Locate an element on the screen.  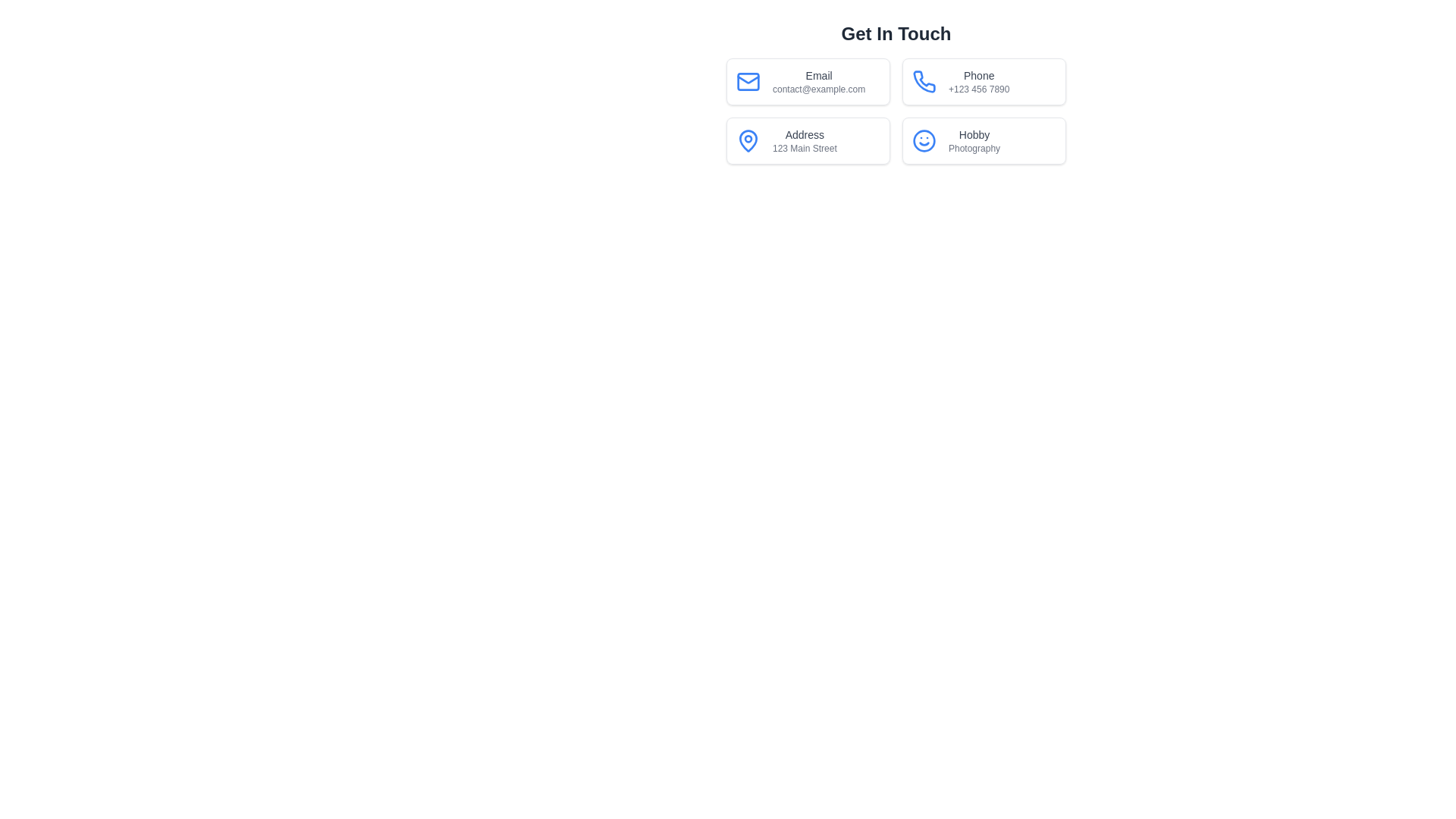
the card containing a blue smiley face icon on the left, with the text 'Hobby' and 'Photography' on the right, located in the bottom-right corner of the grid layout is located at coordinates (984, 140).